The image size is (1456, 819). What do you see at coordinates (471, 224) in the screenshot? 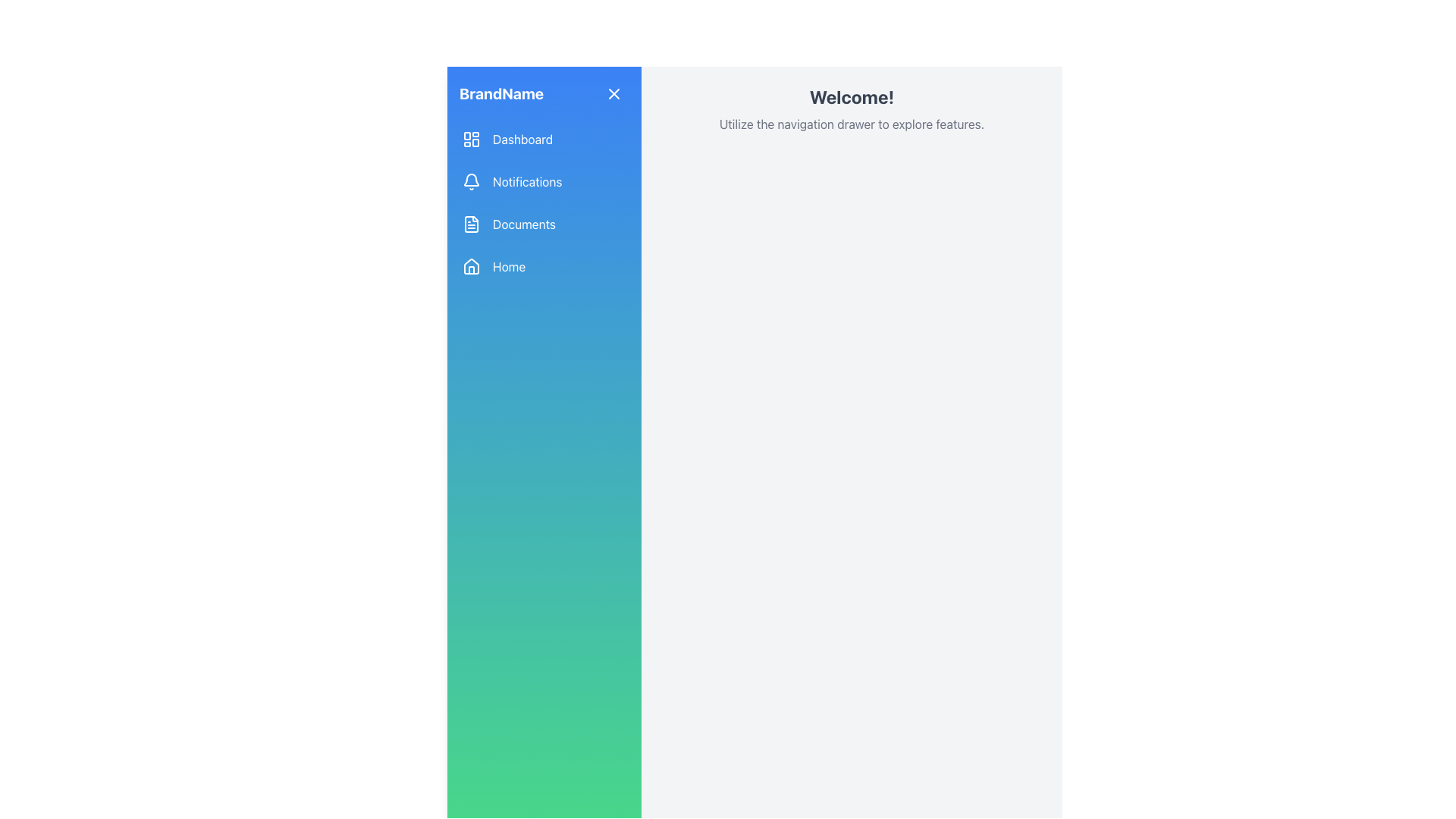
I see `the 'Documents' icon in the navigation menu, which is located to the left of the text 'Documents' and is the third icon in the vertical list` at bounding box center [471, 224].